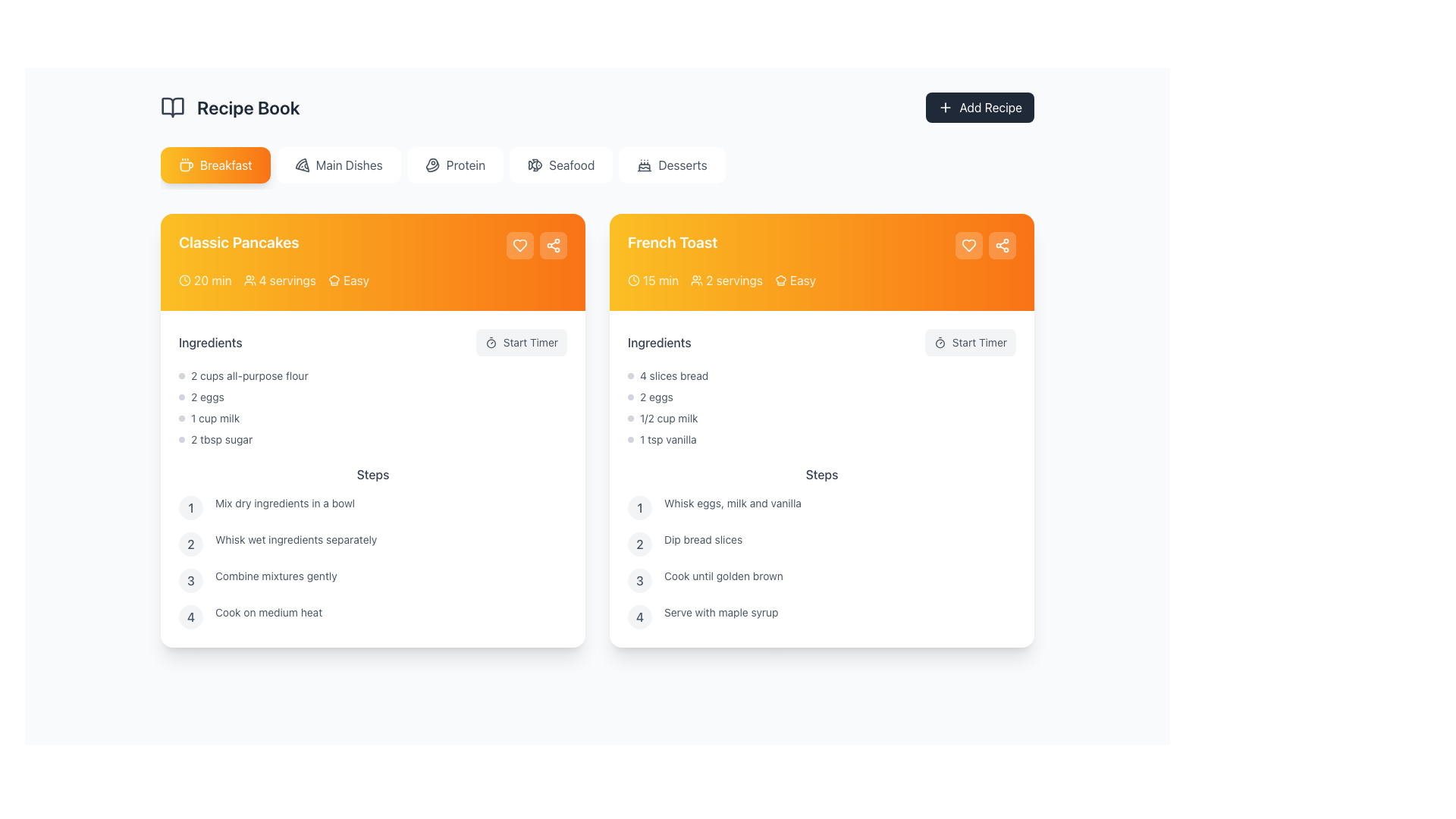 This screenshot has height=819, width=1456. What do you see at coordinates (521, 342) in the screenshot?
I see `the button` at bounding box center [521, 342].